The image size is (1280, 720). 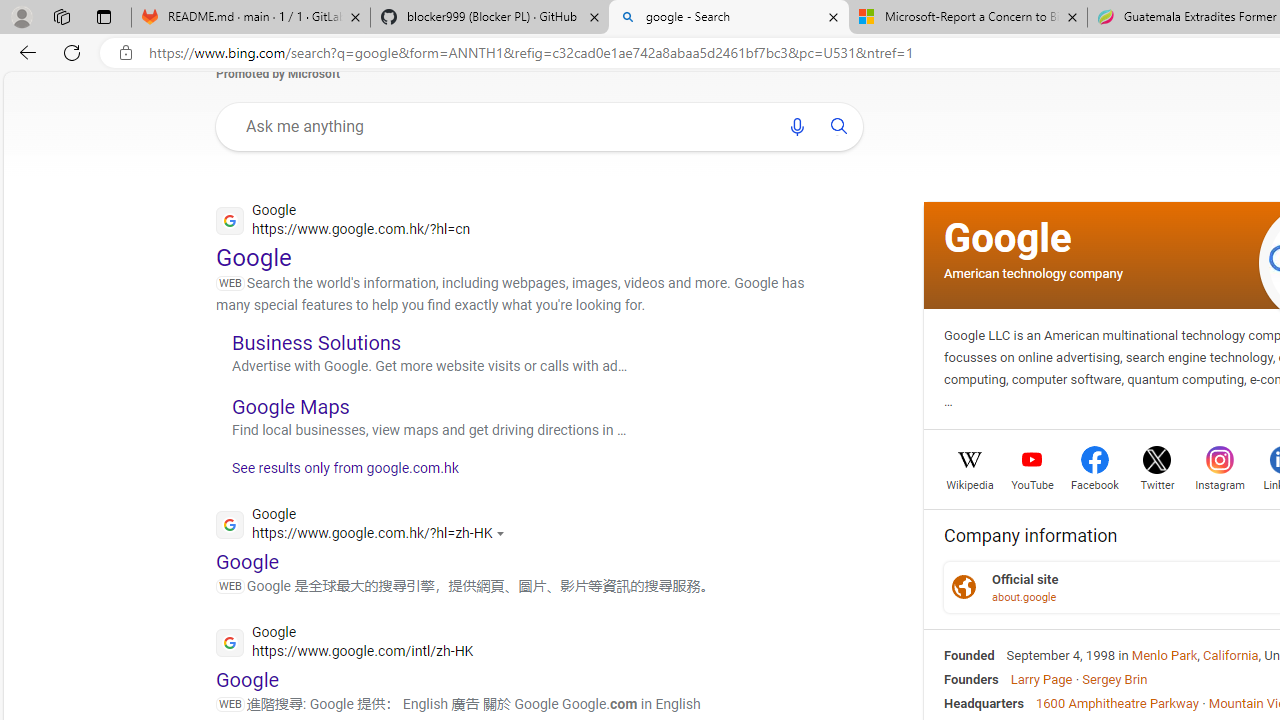 I want to click on 'Headquarters', so click(x=984, y=702).